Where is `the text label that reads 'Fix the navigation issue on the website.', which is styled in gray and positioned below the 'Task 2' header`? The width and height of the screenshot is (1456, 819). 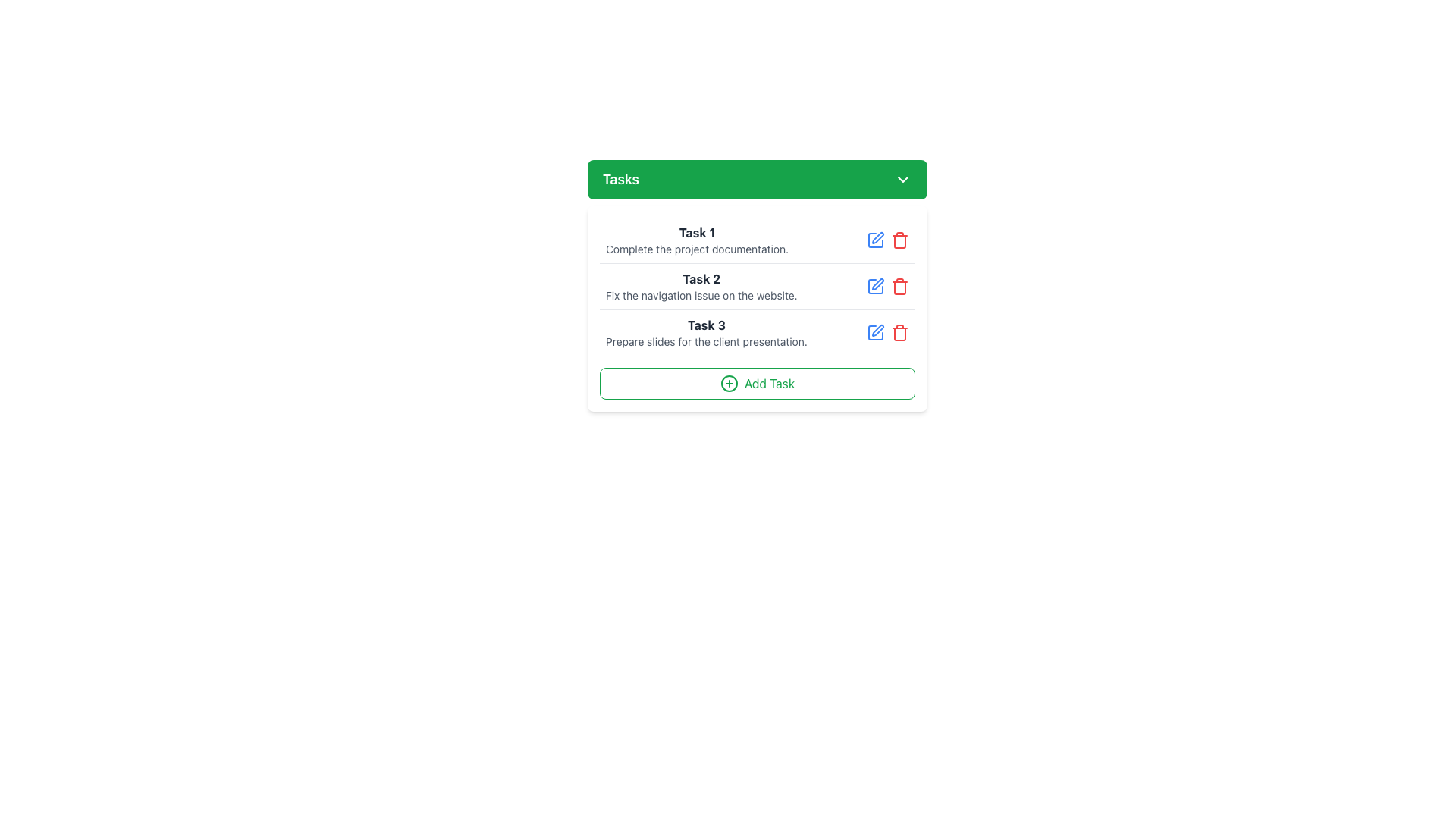 the text label that reads 'Fix the navigation issue on the website.', which is styled in gray and positioned below the 'Task 2' header is located at coordinates (701, 295).